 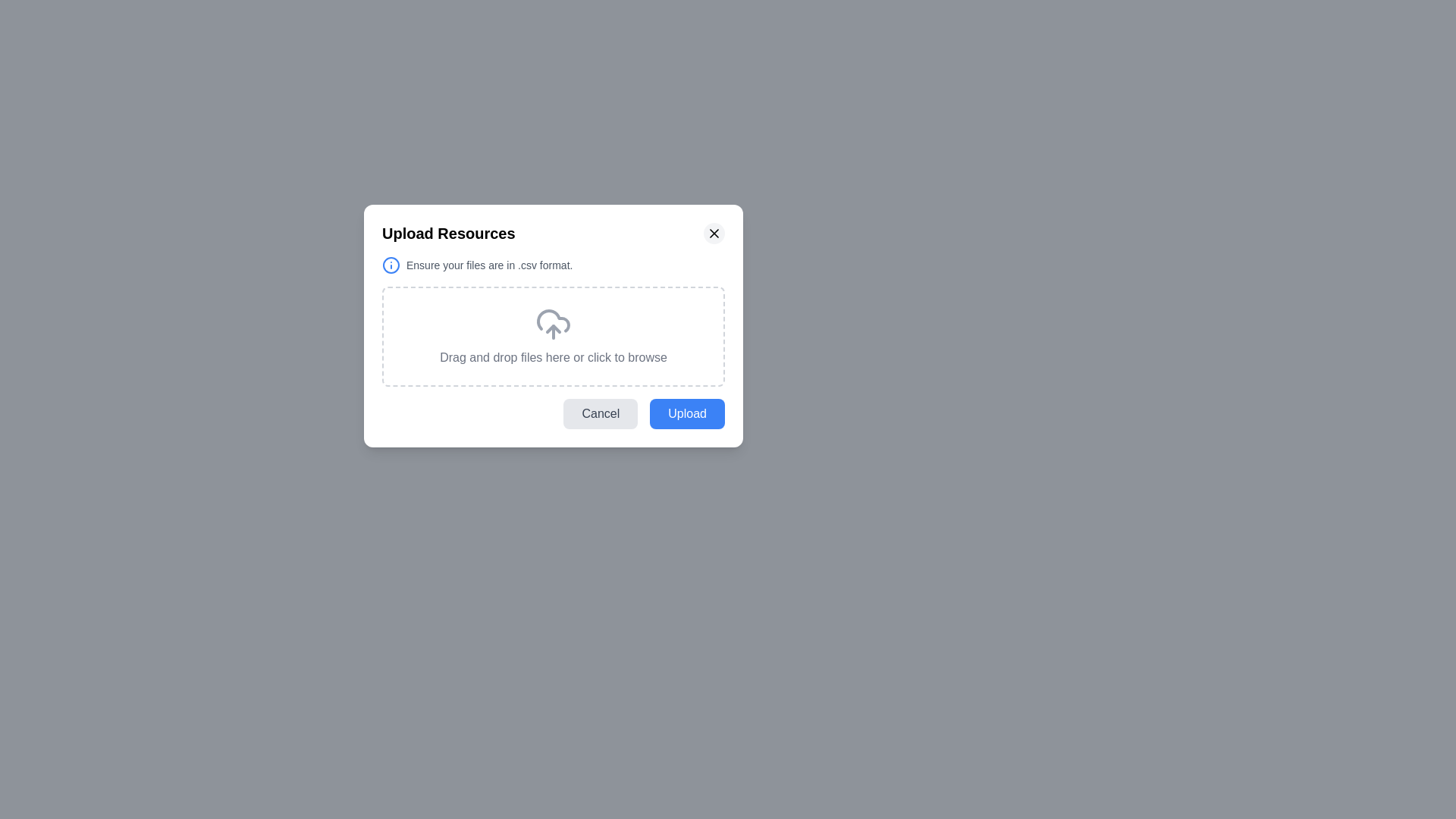 What do you see at coordinates (552, 321) in the screenshot?
I see `the File upload prompt that instructs 'Ensure your files are in .csv format.'` at bounding box center [552, 321].